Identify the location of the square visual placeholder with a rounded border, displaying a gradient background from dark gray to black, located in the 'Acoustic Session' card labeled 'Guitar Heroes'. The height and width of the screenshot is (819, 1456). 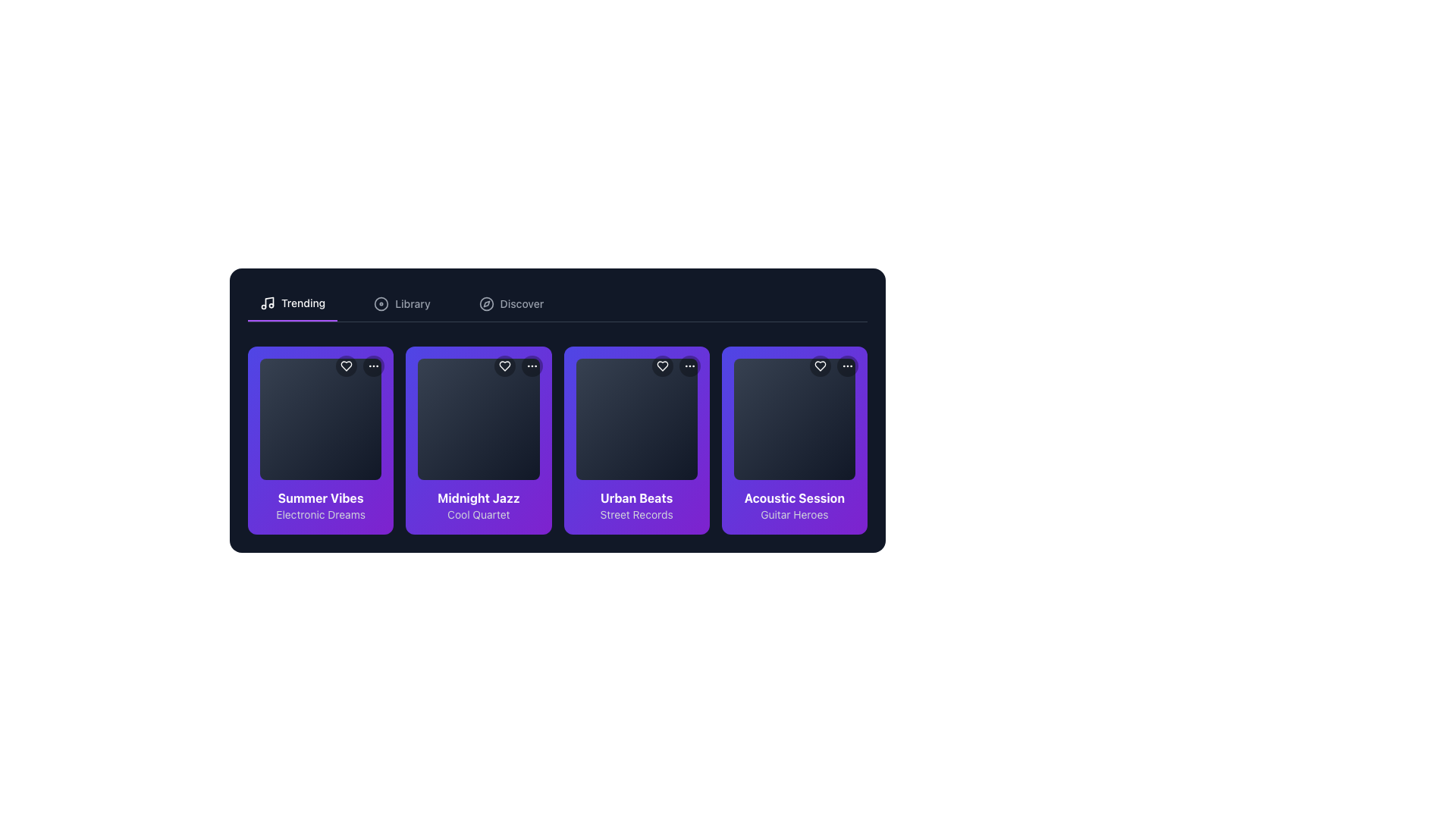
(793, 419).